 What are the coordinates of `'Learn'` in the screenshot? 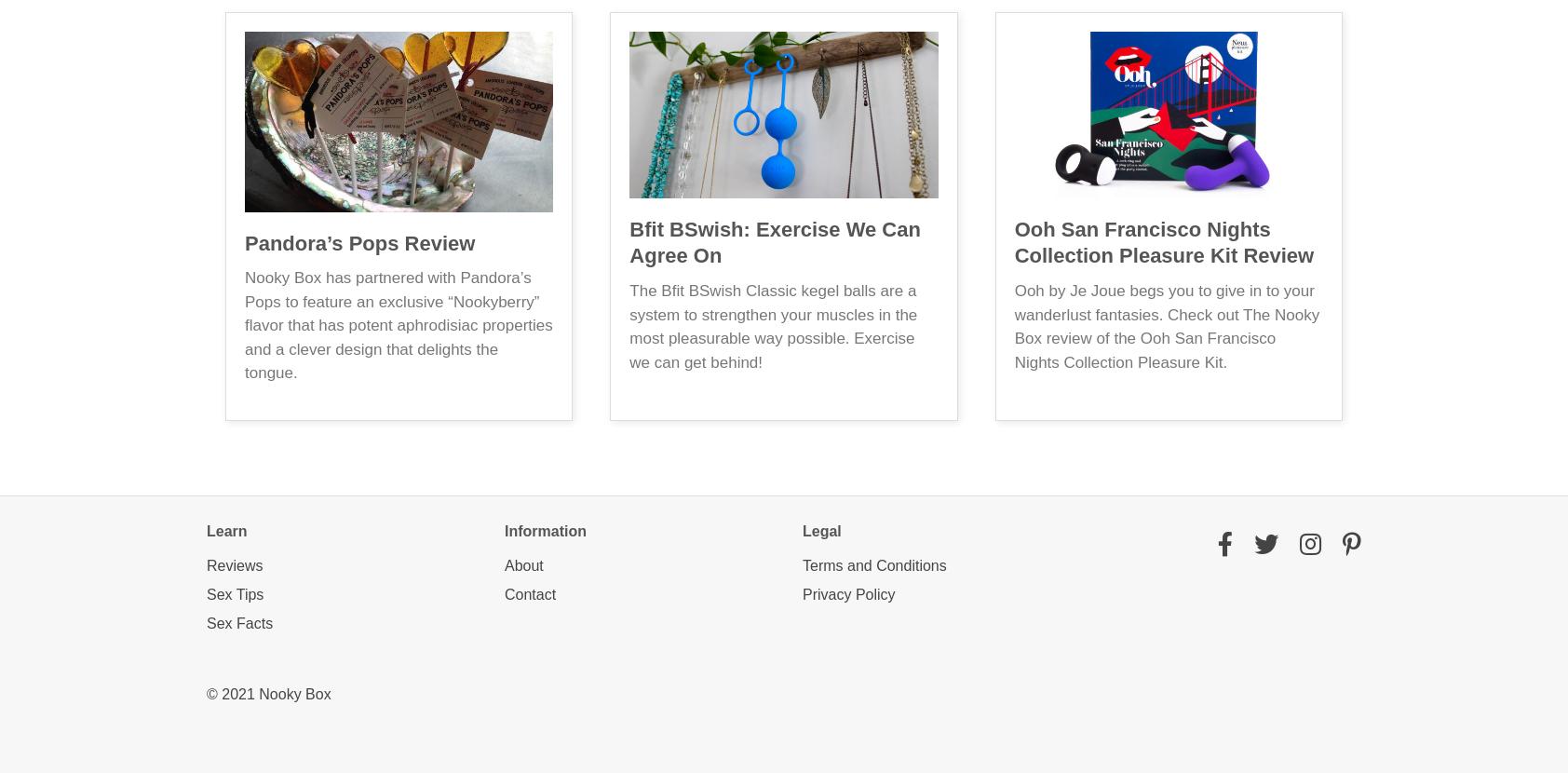 It's located at (206, 529).